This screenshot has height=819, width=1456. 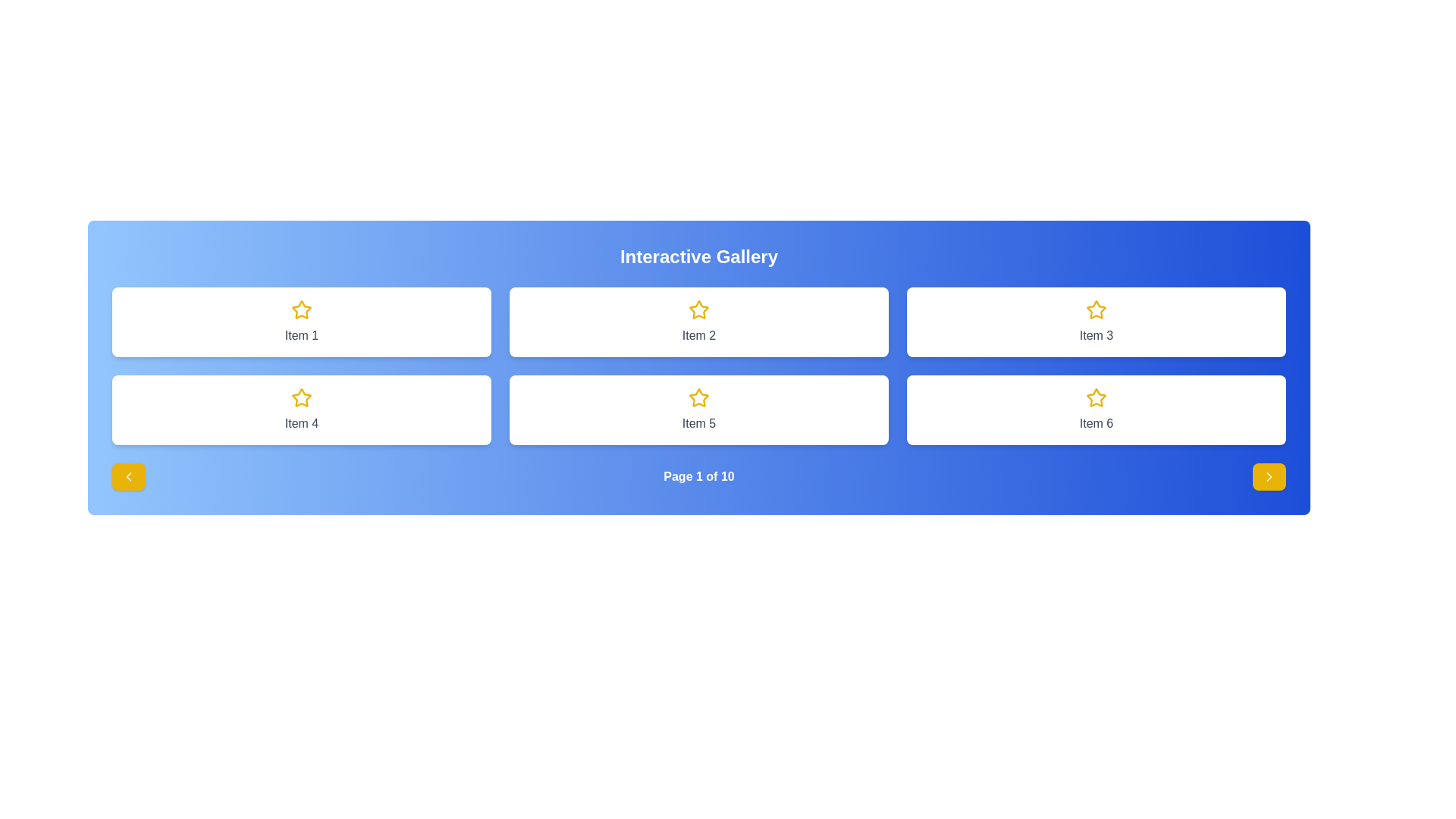 What do you see at coordinates (1096, 397) in the screenshot?
I see `the star icon with a yellow outline located next to 'Item 6' in the bottom-right corner of the grid layout` at bounding box center [1096, 397].